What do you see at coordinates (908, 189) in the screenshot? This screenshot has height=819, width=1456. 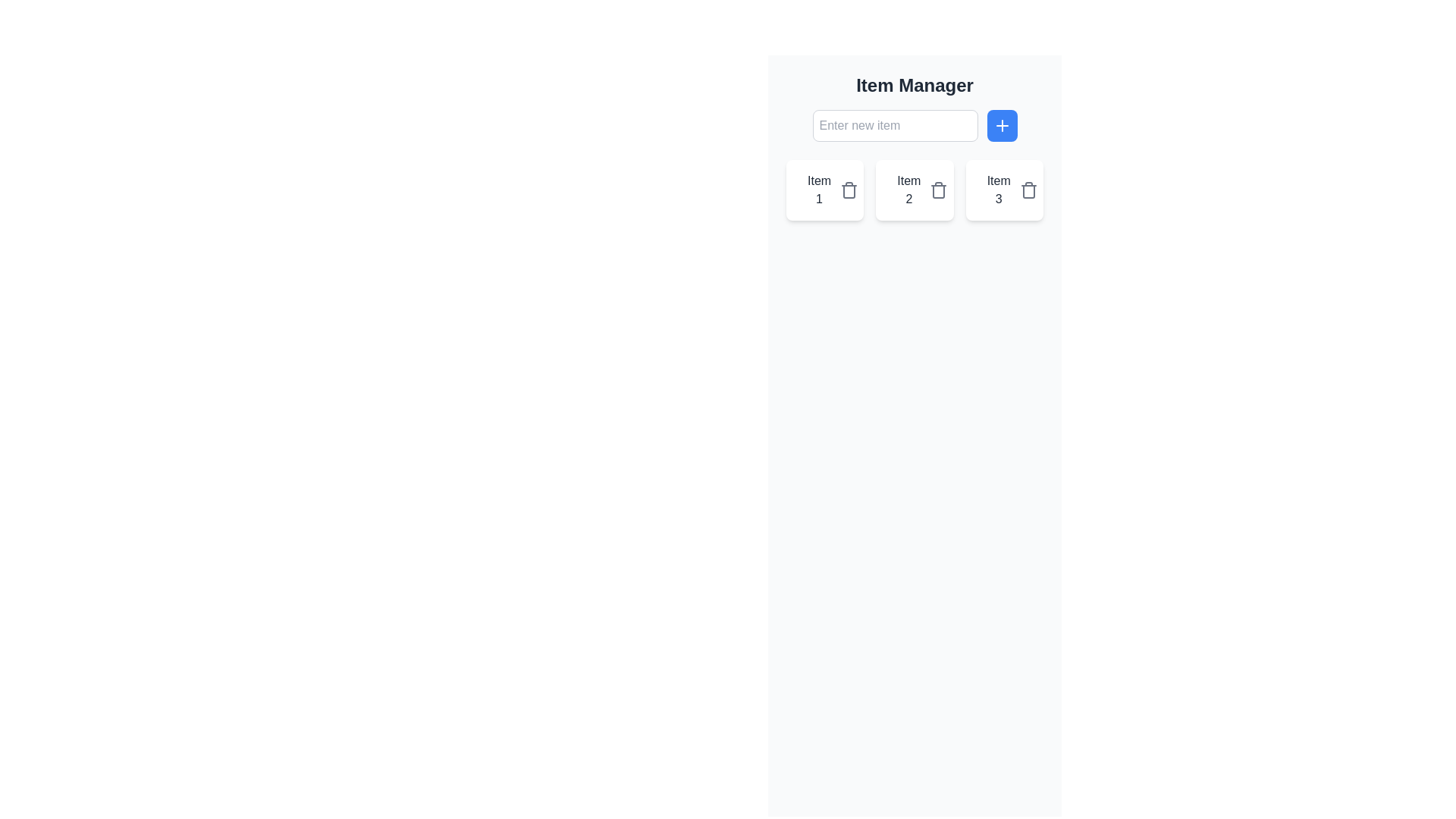 I see `the static text label displaying 'Item 2' which is center-aligned in a white rounded rectangular card, positioned below the header 'Item Manager'` at bounding box center [908, 189].